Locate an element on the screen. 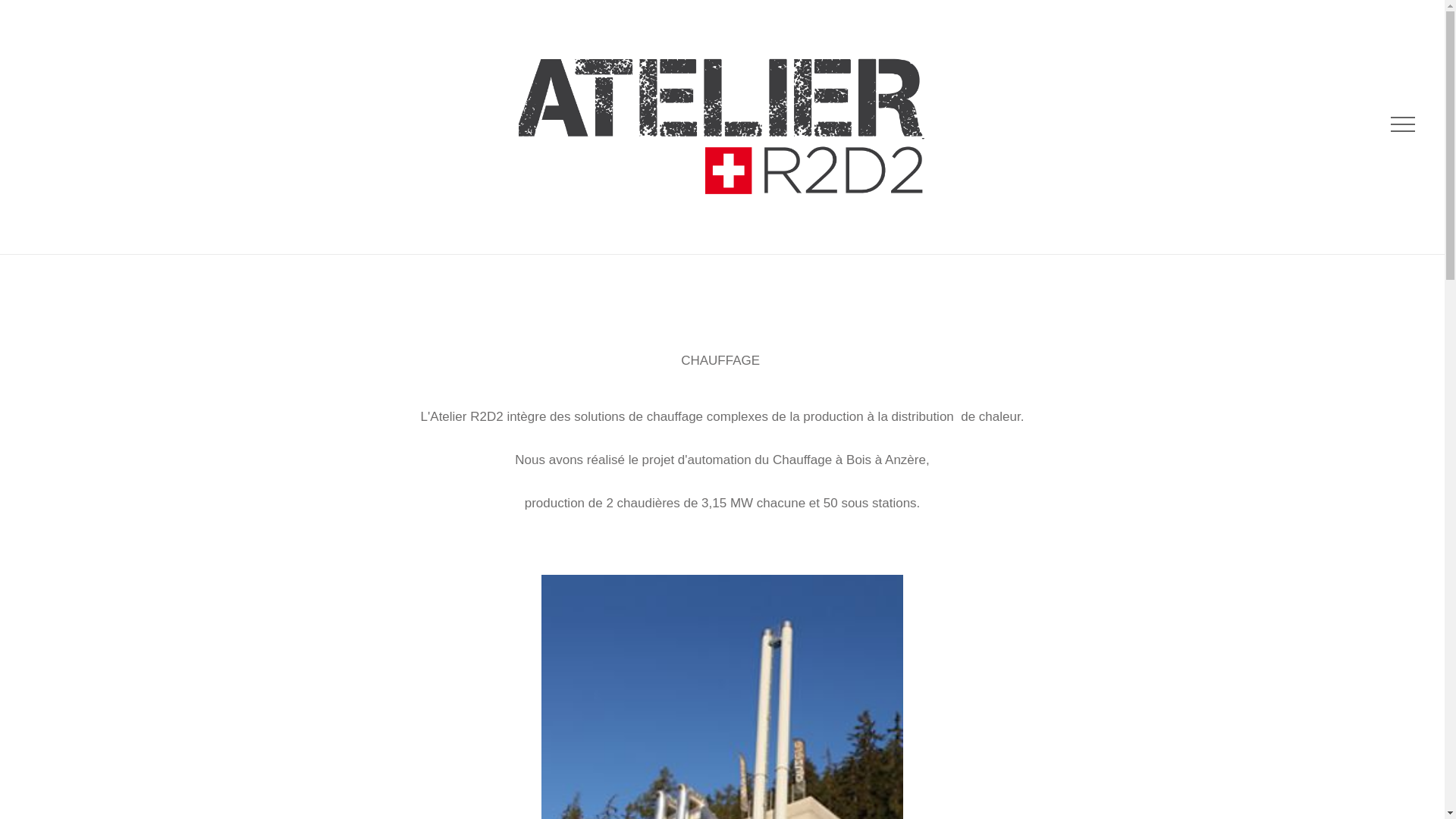 Image resolution: width=1456 pixels, height=819 pixels. 'MENU' is located at coordinates (1400, 124).